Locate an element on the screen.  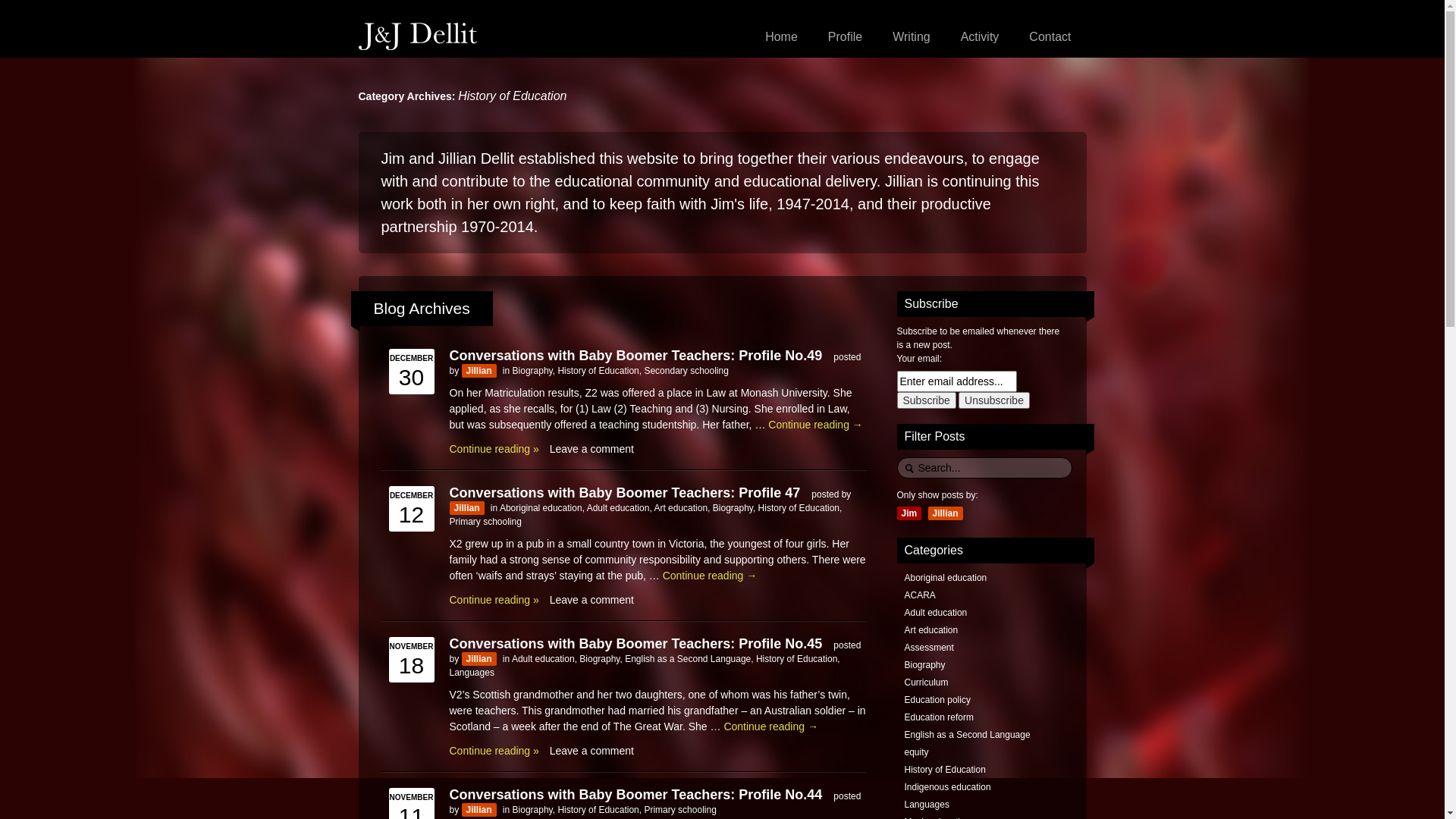
'Writing' is located at coordinates (910, 36).